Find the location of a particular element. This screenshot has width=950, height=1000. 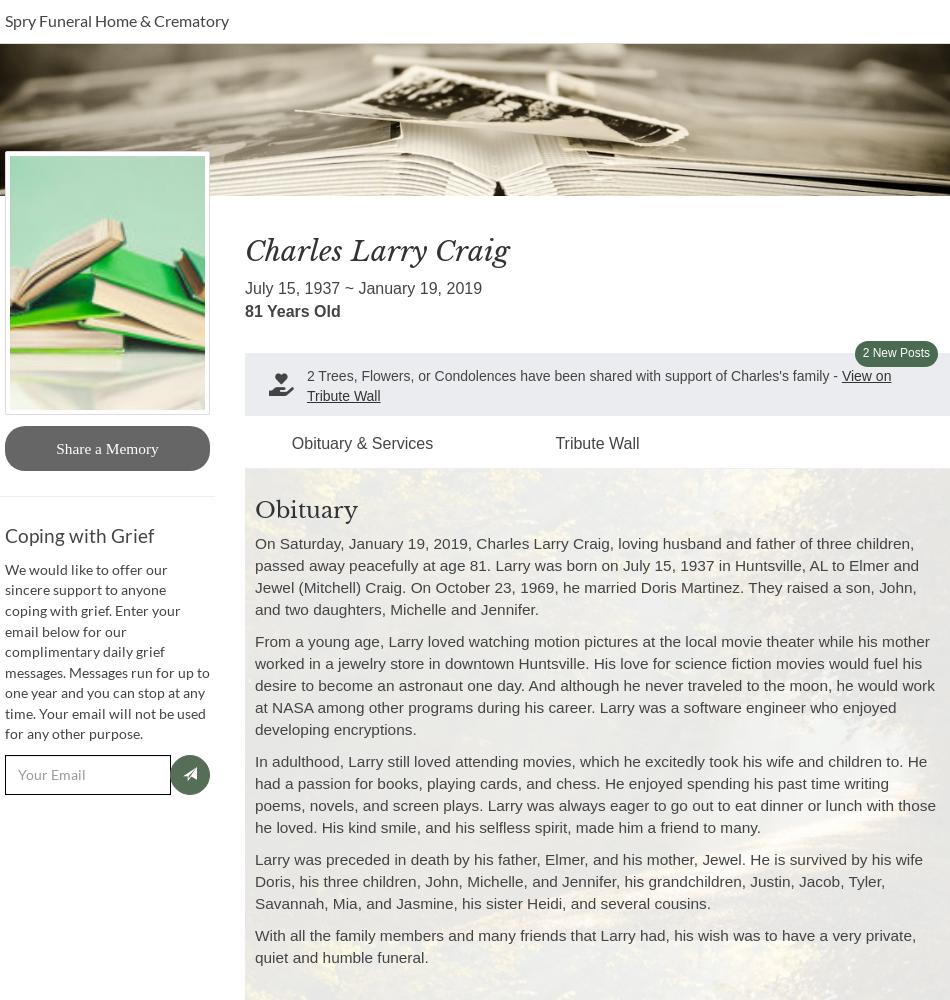

'July 15, 1937' is located at coordinates (244, 287).